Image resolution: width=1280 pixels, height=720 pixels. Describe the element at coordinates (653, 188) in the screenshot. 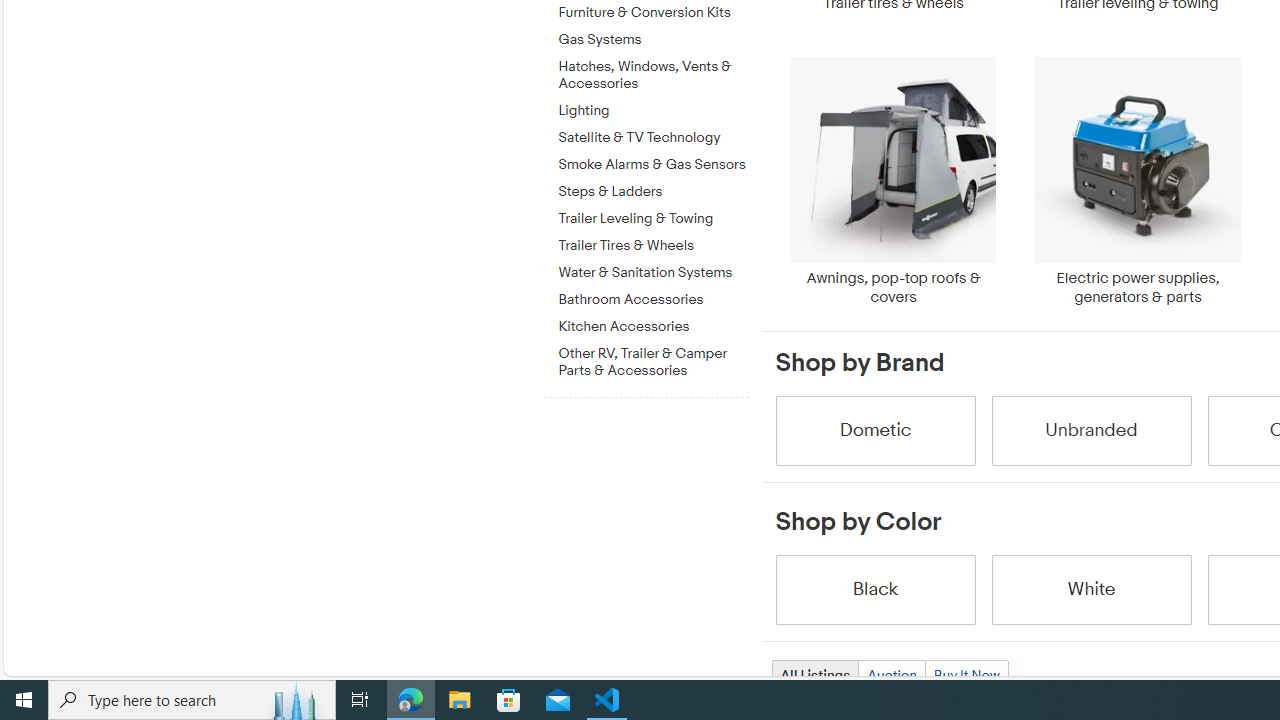

I see `'Steps & Ladders'` at that location.